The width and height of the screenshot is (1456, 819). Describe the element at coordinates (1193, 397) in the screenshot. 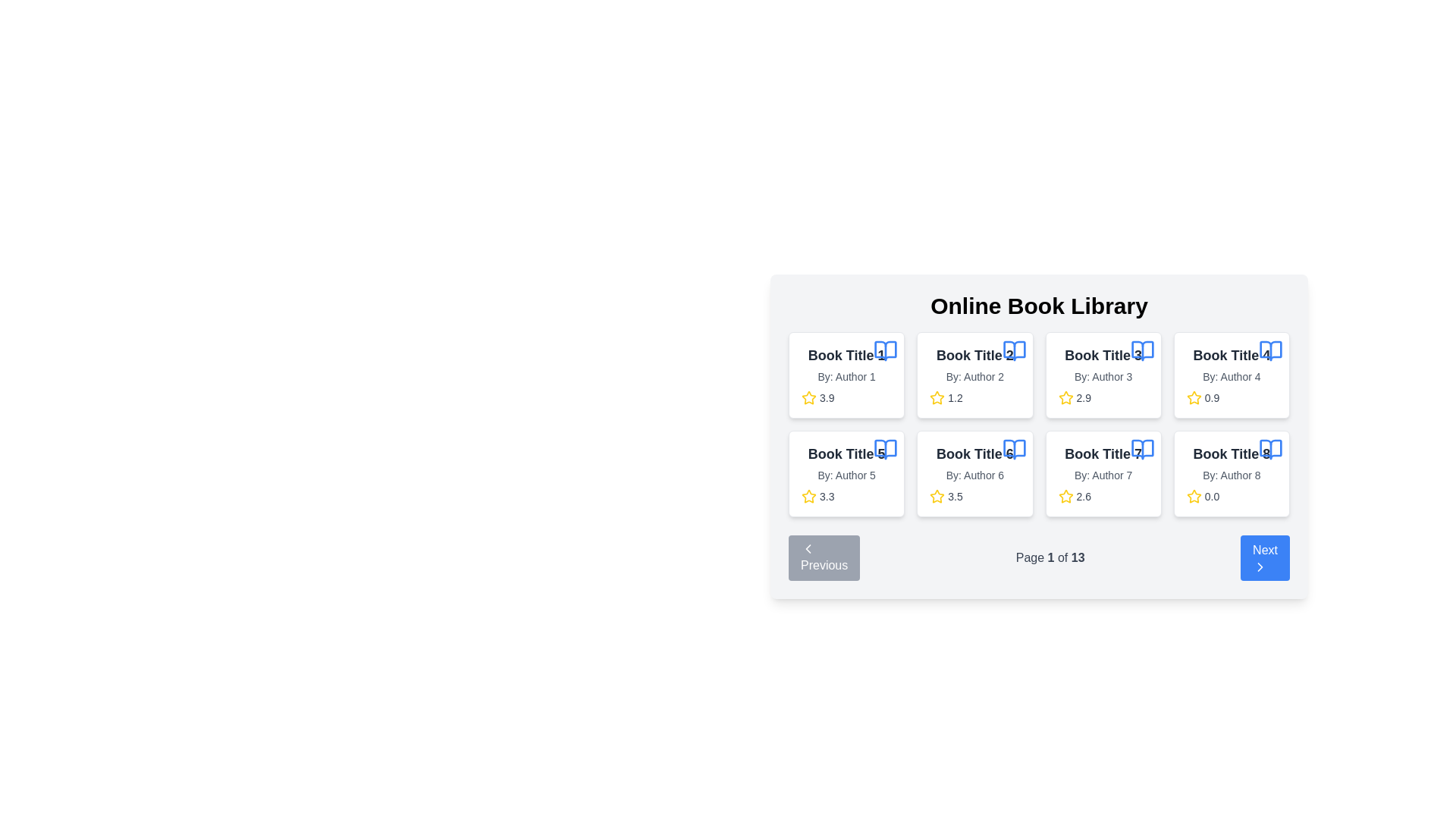

I see `the star icon indicating the rating for 'Book Title 4', located in the middle-right position of the second row in the grid layout` at that location.